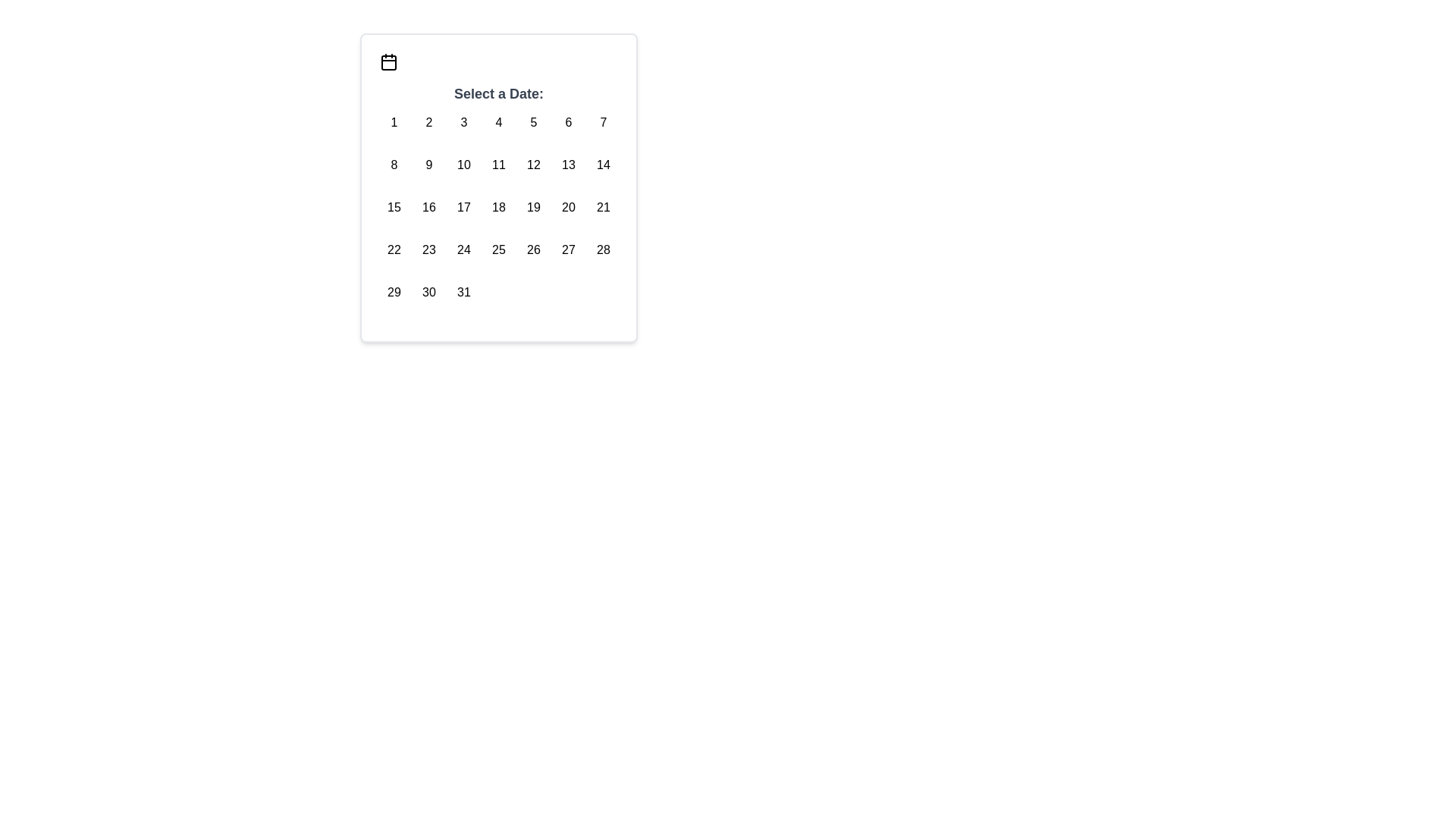 Image resolution: width=1456 pixels, height=819 pixels. What do you see at coordinates (603, 207) in the screenshot?
I see `the circular button labeled '21' located in the third row and seventh column of the grid layout` at bounding box center [603, 207].